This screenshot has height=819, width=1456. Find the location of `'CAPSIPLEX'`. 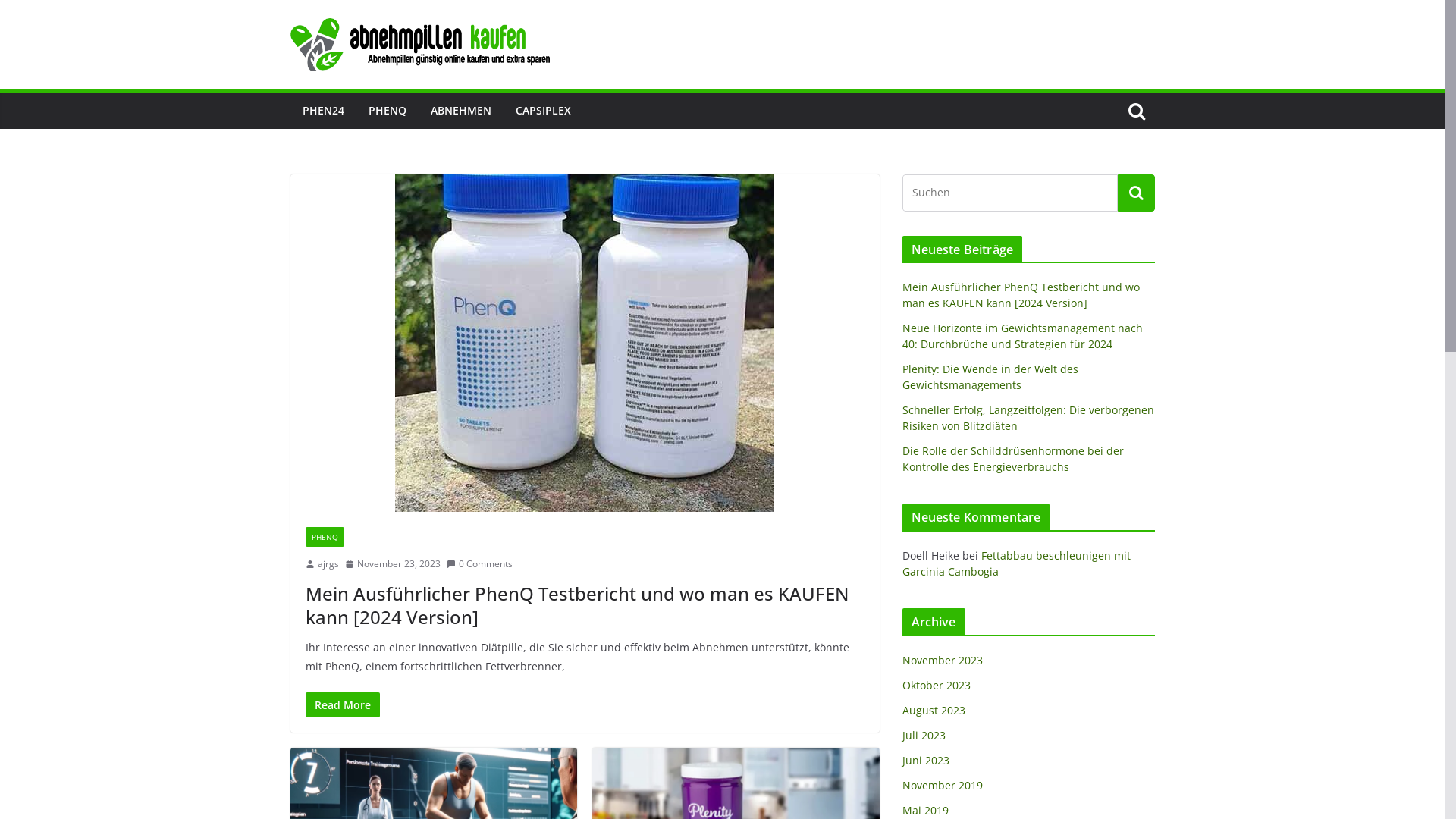

'CAPSIPLEX' is located at coordinates (543, 110).